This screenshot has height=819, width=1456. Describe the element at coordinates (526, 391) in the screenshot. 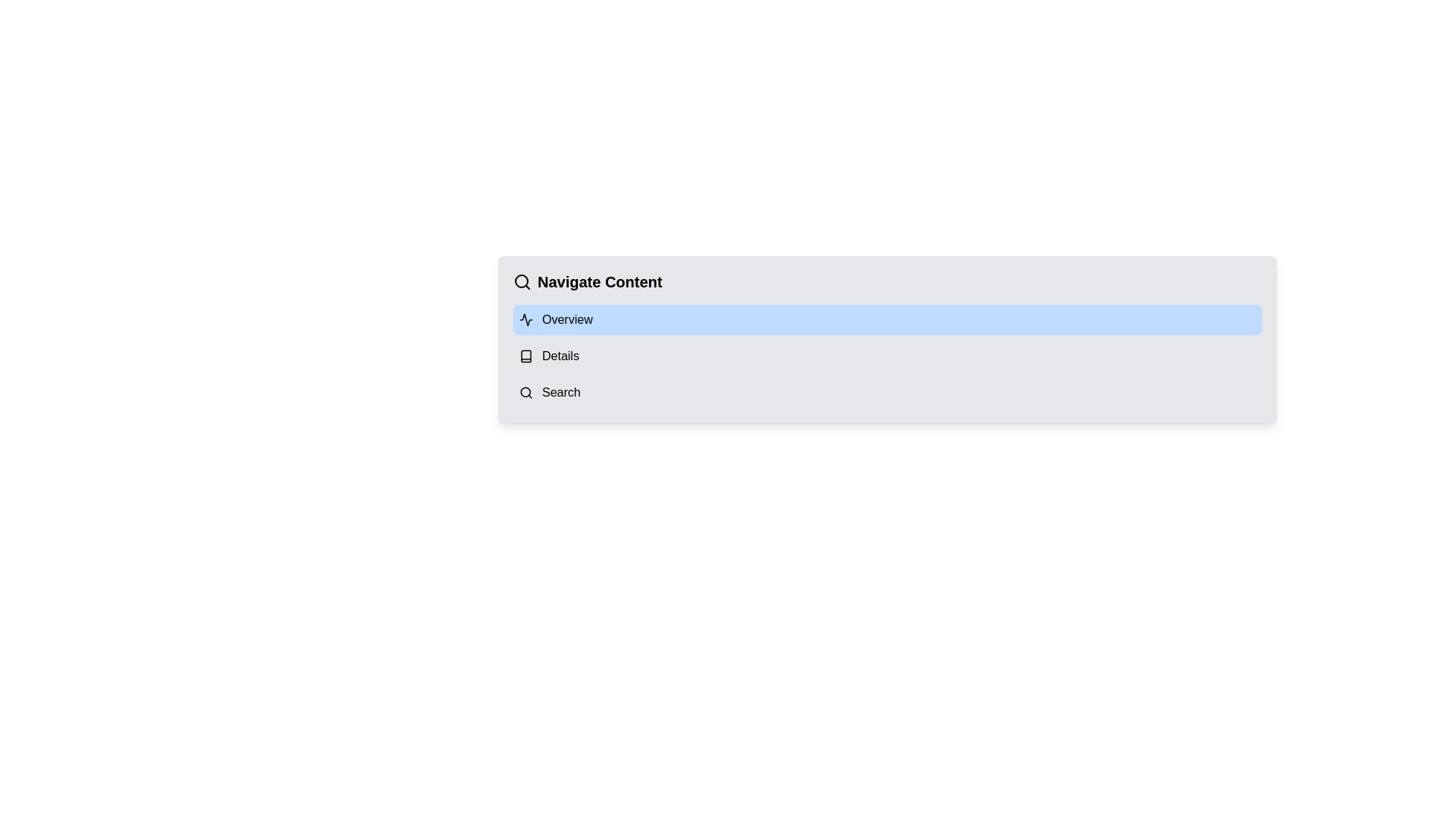

I see `the SVG circle icon located near the title 'Navigate Content' by clicking on it` at that location.